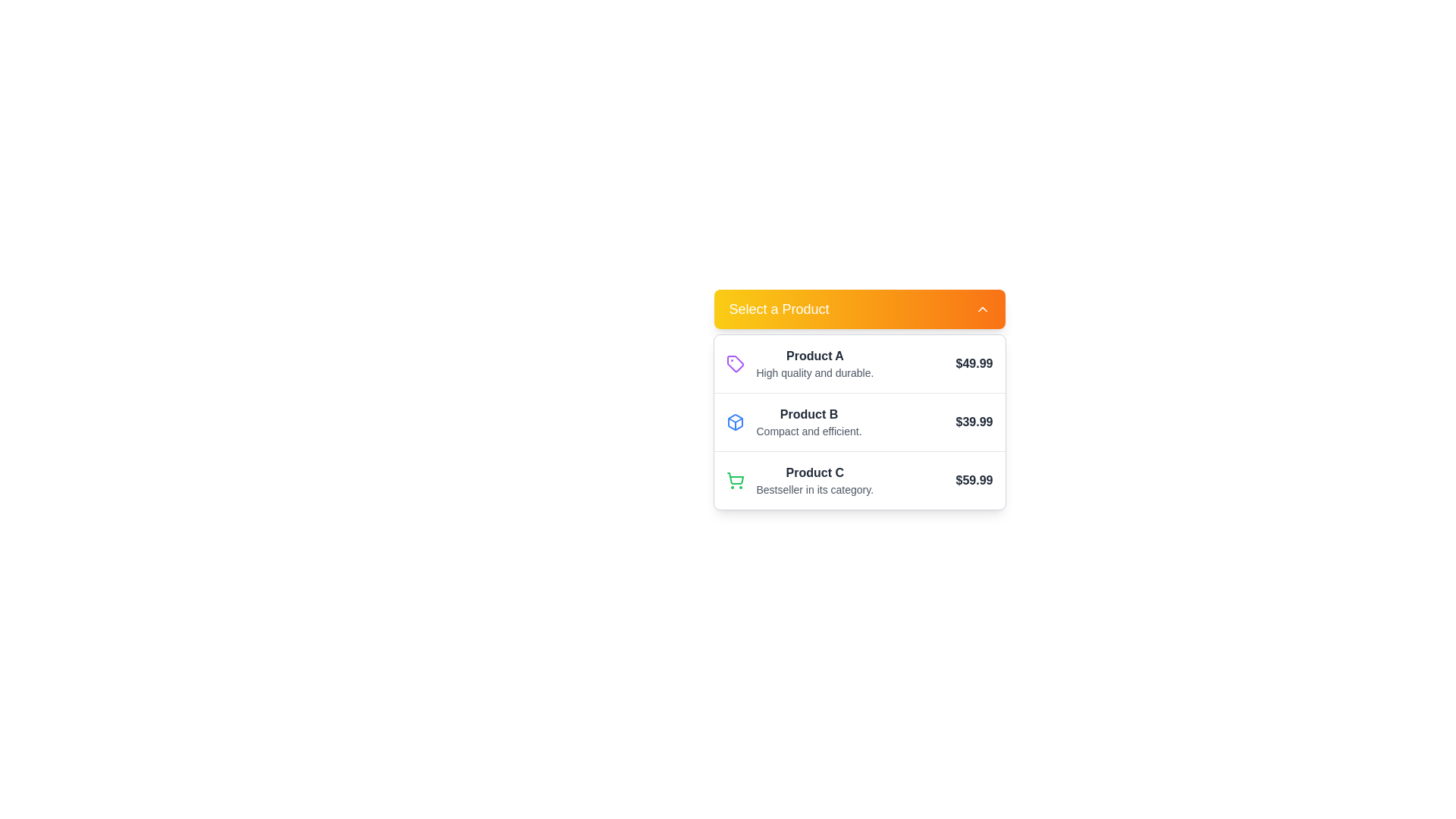 This screenshot has width=1456, height=819. I want to click on the price label for 'Product C' to potentially reveal additional information about the price, so click(974, 480).